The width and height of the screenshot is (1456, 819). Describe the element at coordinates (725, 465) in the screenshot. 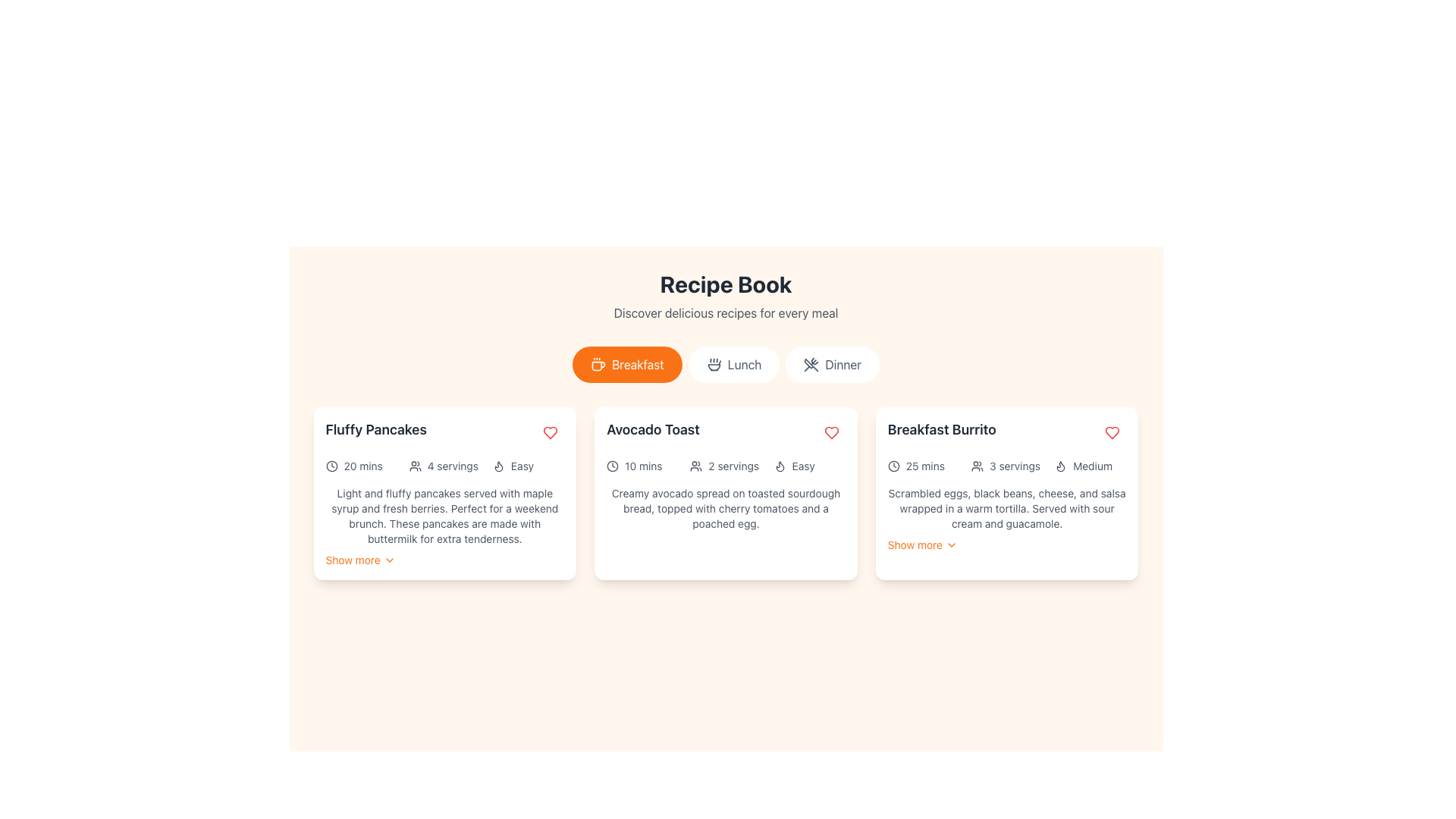

I see `the icons within the informational text group for the recipe 'Avocado Toast', which includes a clock, user, and flame icon, if they are interactive` at that location.